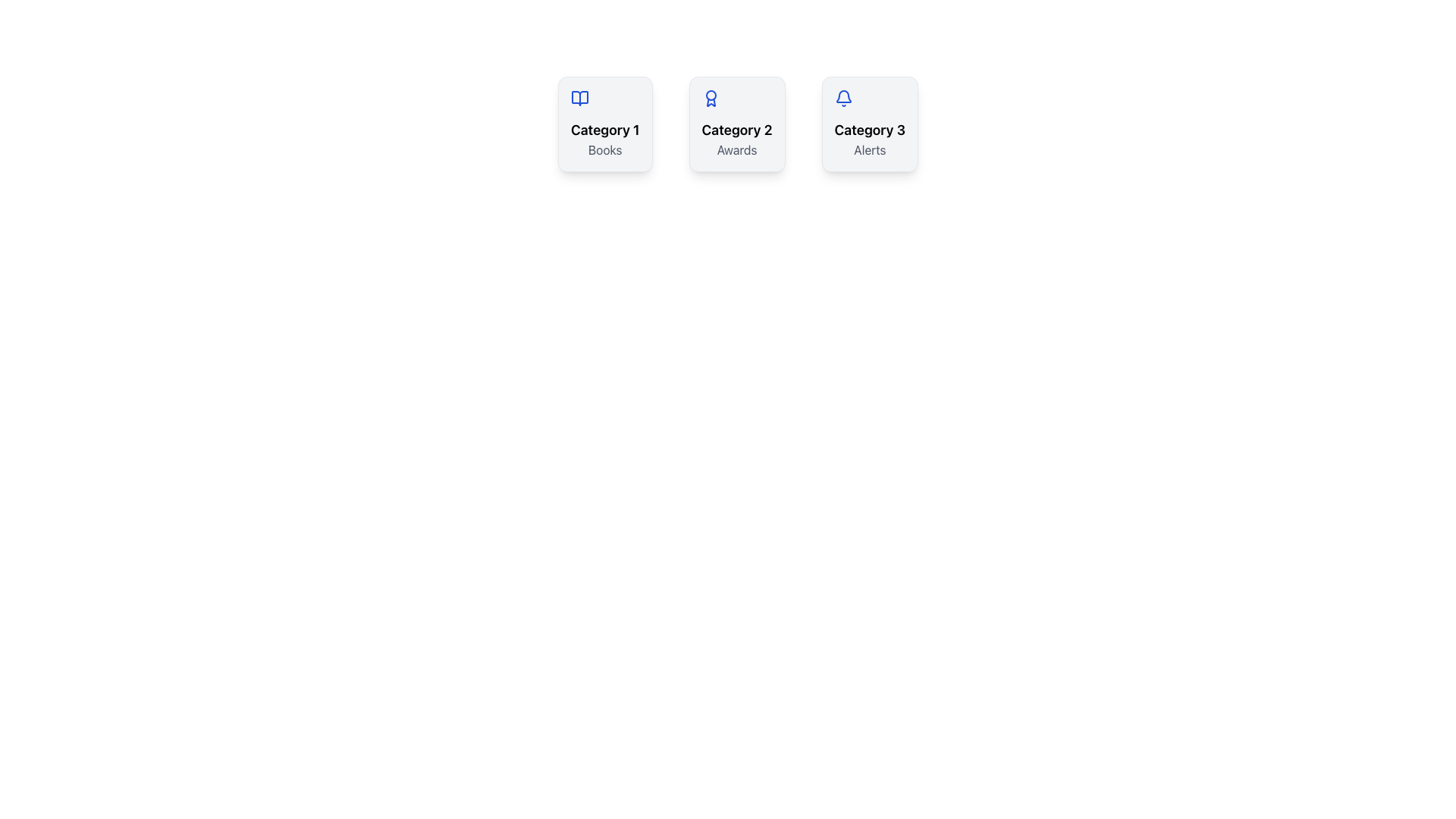  What do you see at coordinates (710, 99) in the screenshot?
I see `the circular blue award badge icon located in the second tile labeled 'Category 2' with the subtitle 'Awards'` at bounding box center [710, 99].